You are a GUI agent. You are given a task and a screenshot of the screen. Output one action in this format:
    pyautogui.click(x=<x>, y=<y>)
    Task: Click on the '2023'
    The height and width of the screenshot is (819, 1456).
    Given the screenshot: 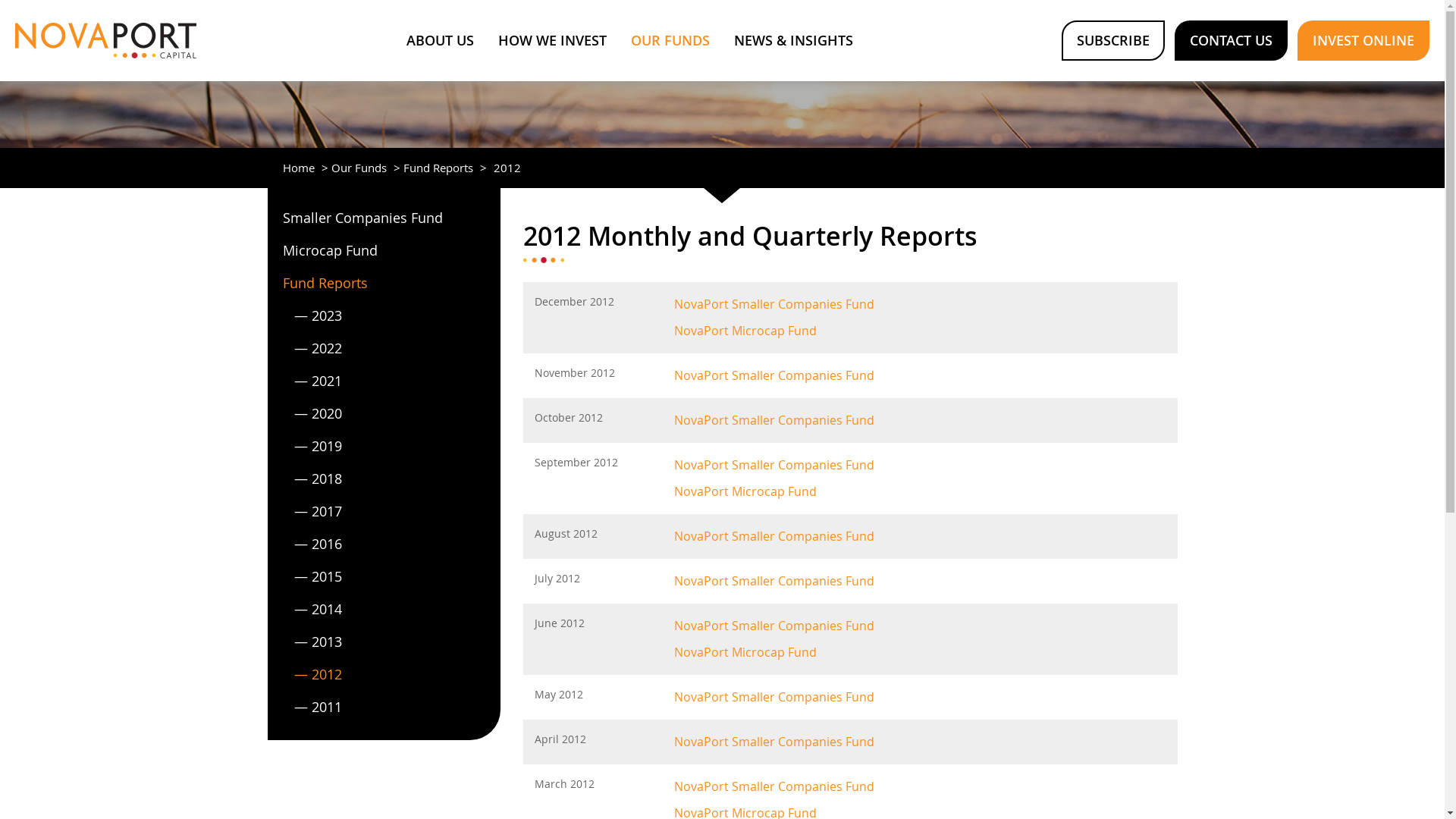 What is the action you would take?
    pyautogui.click(x=383, y=309)
    